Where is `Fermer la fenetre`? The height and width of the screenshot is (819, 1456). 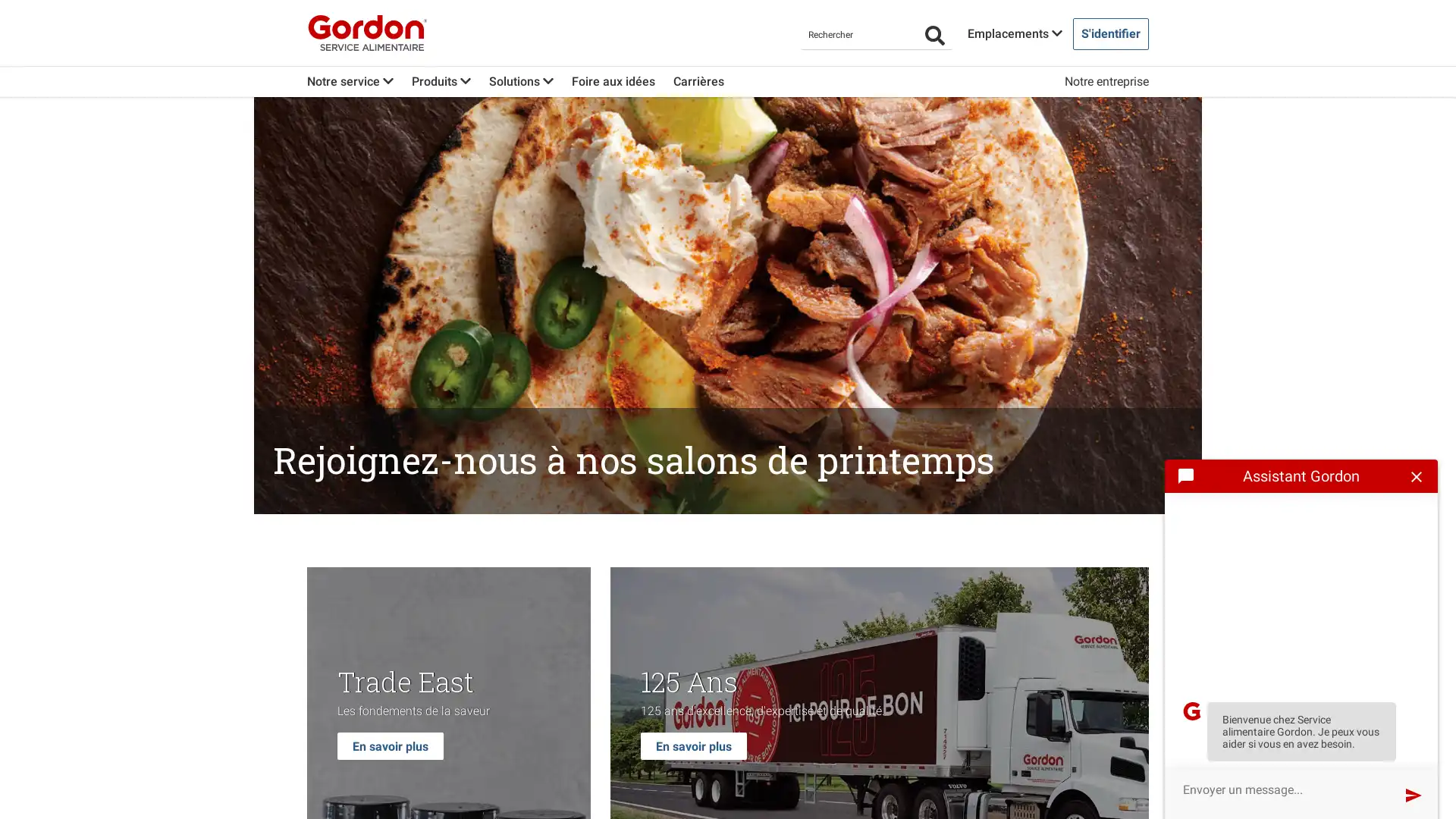 Fermer la fenetre is located at coordinates (1415, 475).